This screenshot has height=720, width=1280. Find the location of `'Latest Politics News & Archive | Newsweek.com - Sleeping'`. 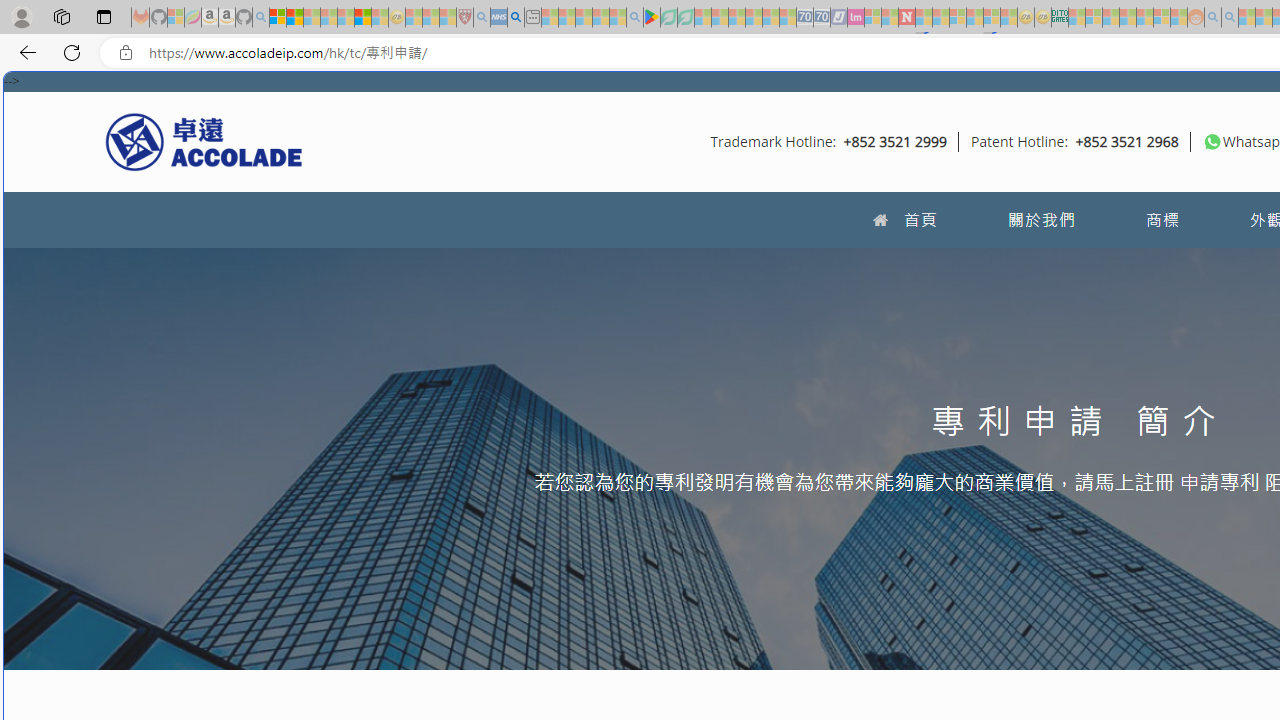

'Latest Politics News & Archive | Newsweek.com - Sleeping' is located at coordinates (905, 17).